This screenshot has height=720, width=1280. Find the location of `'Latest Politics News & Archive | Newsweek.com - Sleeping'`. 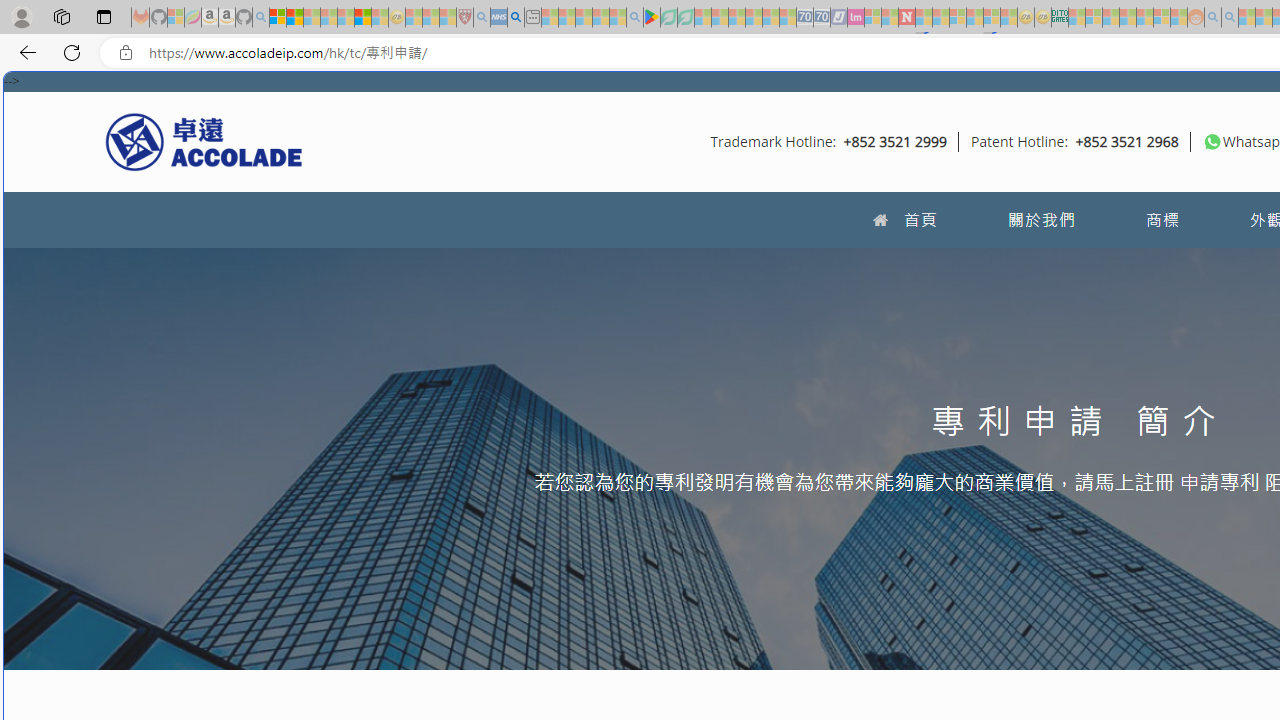

'Latest Politics News & Archive | Newsweek.com - Sleeping' is located at coordinates (905, 17).